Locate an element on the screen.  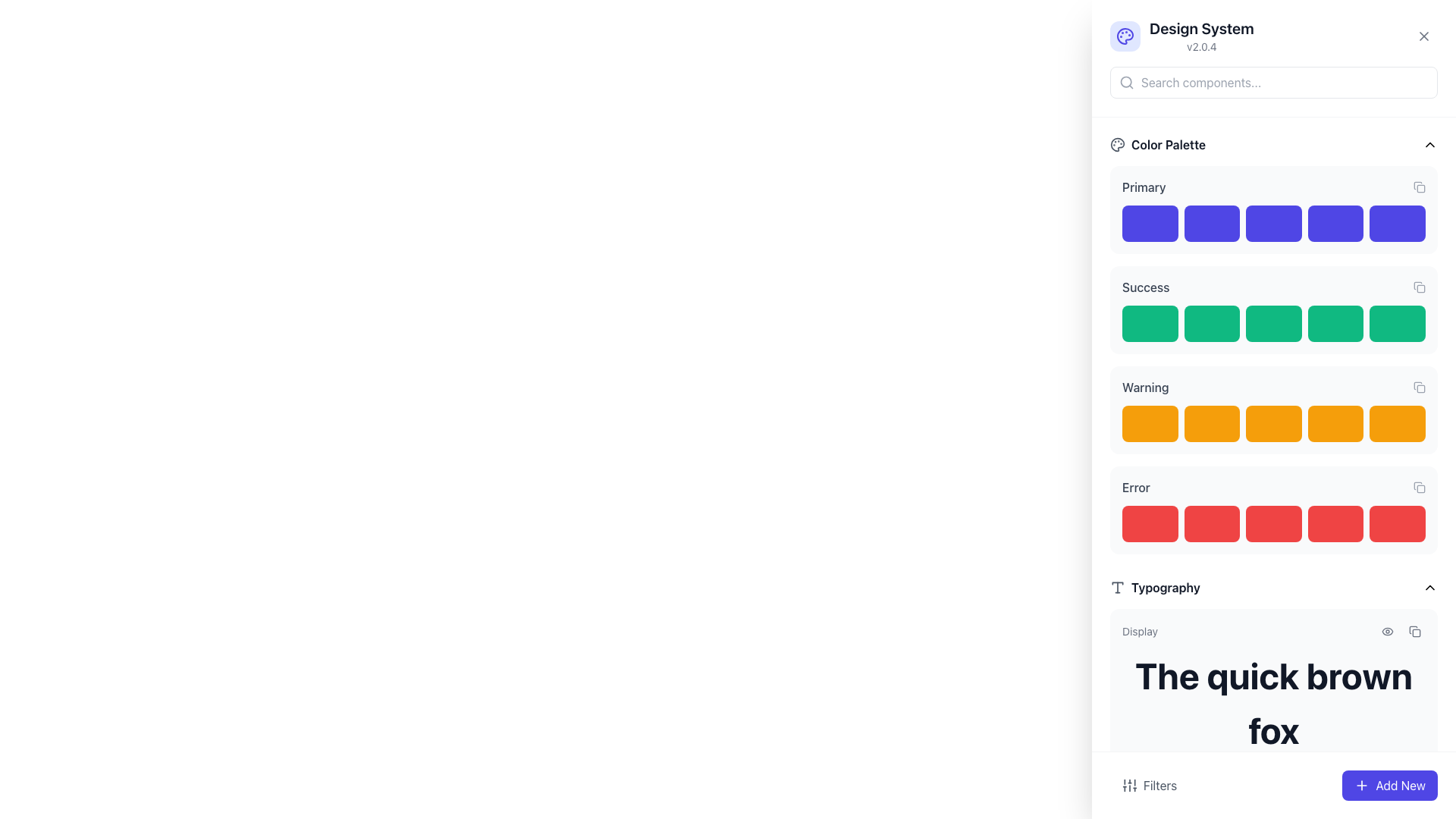
the design of the 'Color Palette' icon located at the top-left corner of the 'Color Palette' section, adjacent to the text 'Color Palette' is located at coordinates (1117, 145).